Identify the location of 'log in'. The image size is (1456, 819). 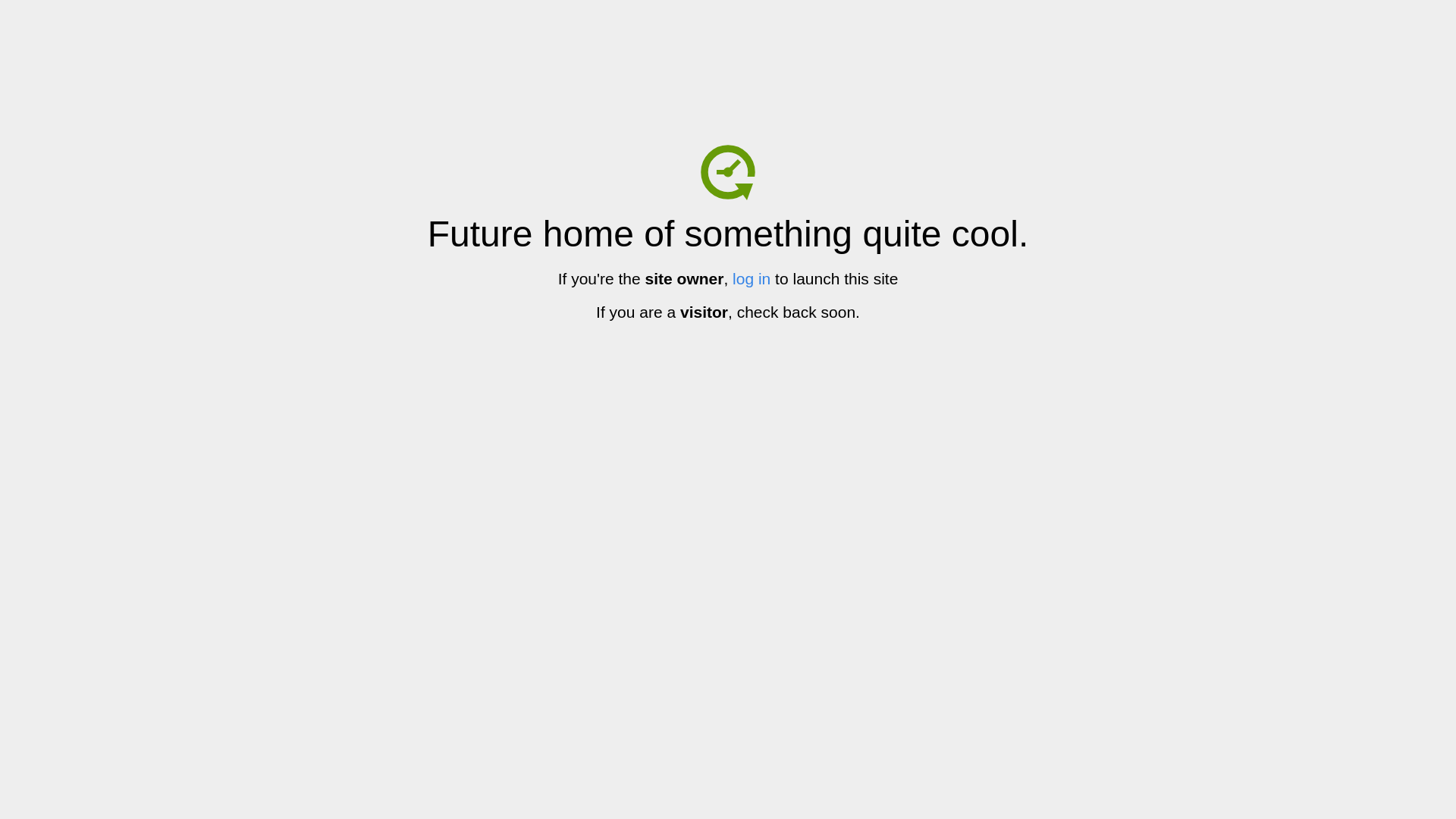
(751, 278).